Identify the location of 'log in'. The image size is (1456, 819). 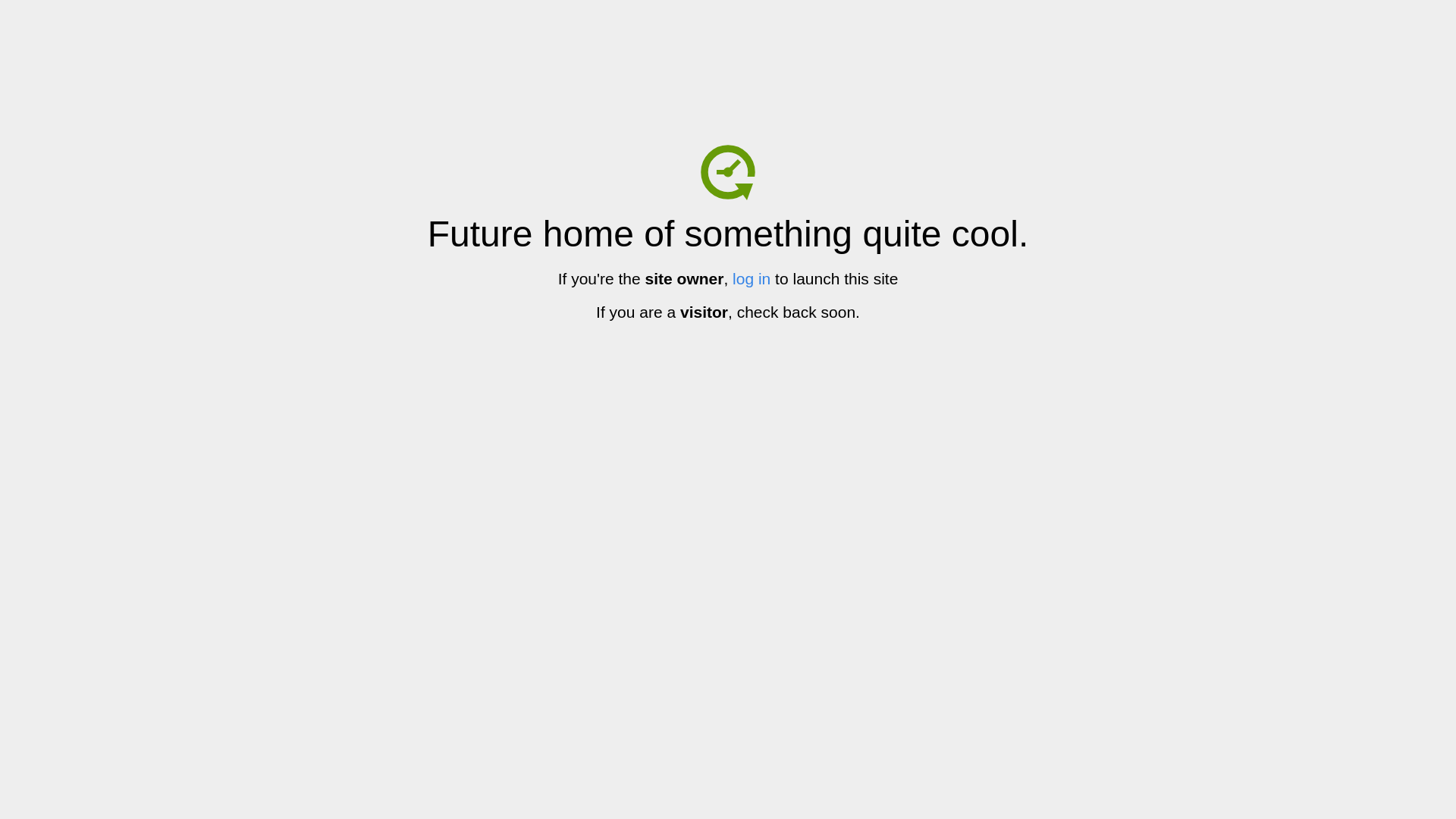
(751, 278).